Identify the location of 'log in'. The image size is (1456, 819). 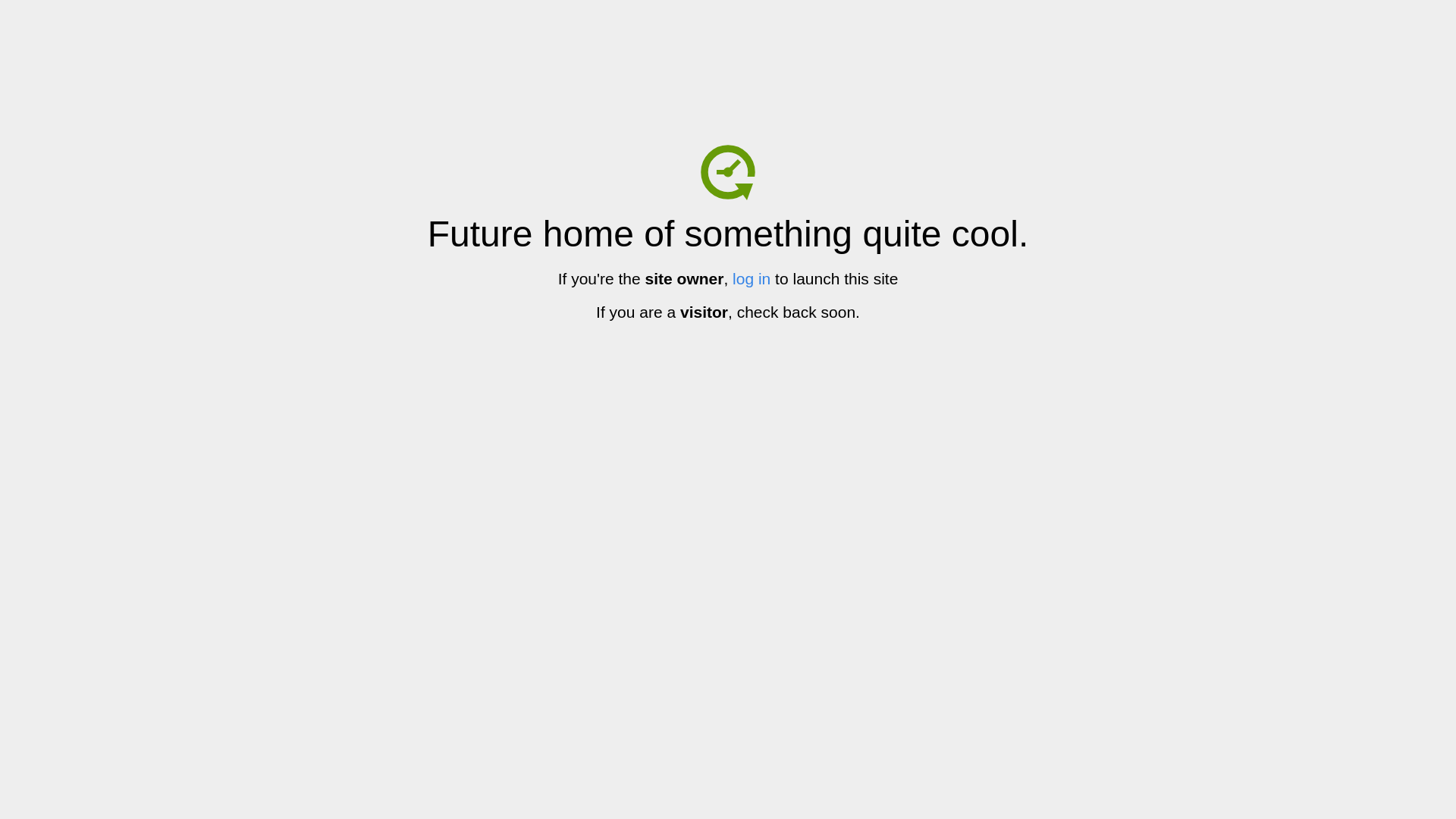
(751, 278).